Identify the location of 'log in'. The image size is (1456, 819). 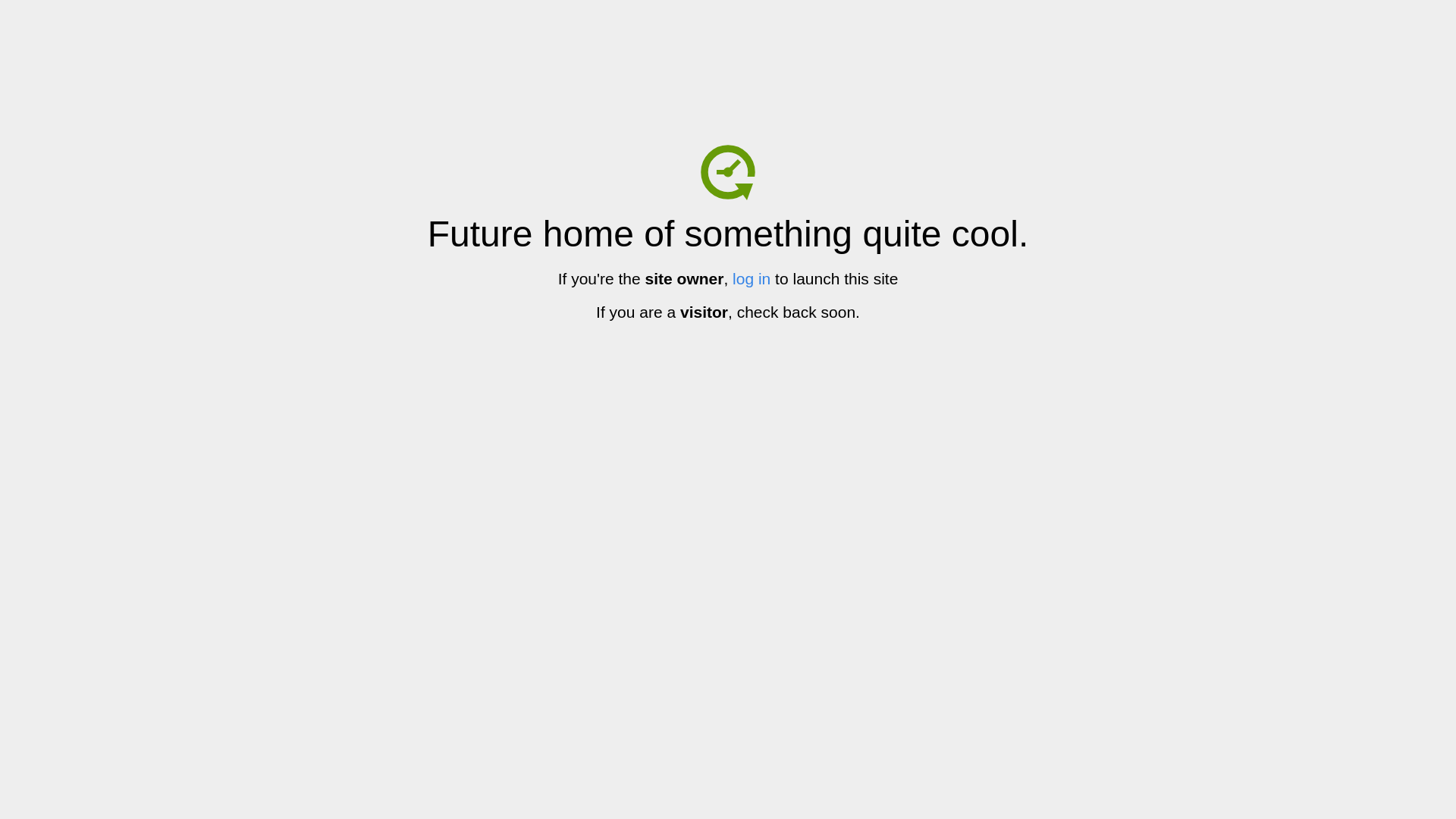
(751, 278).